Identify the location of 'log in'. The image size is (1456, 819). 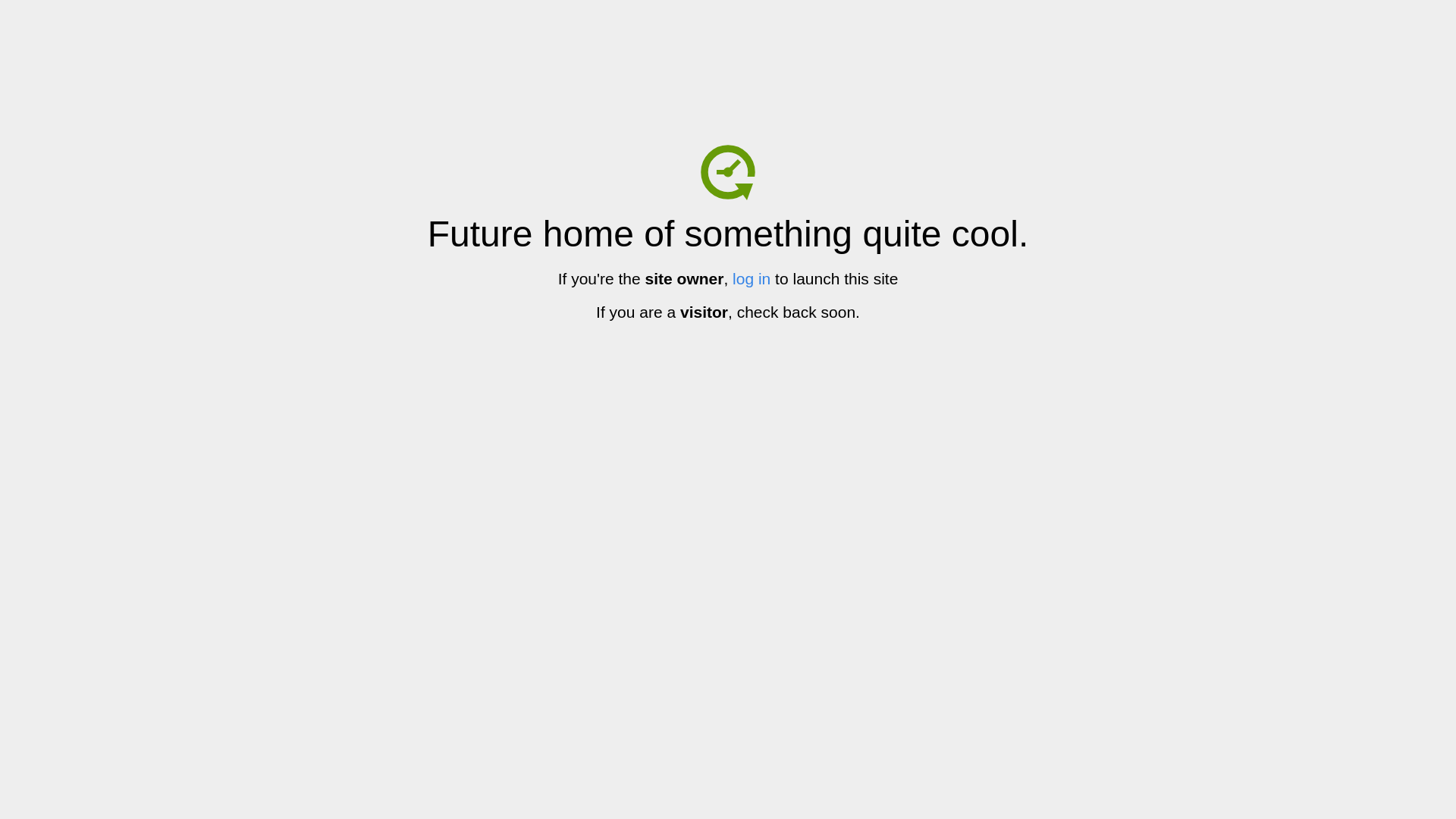
(751, 278).